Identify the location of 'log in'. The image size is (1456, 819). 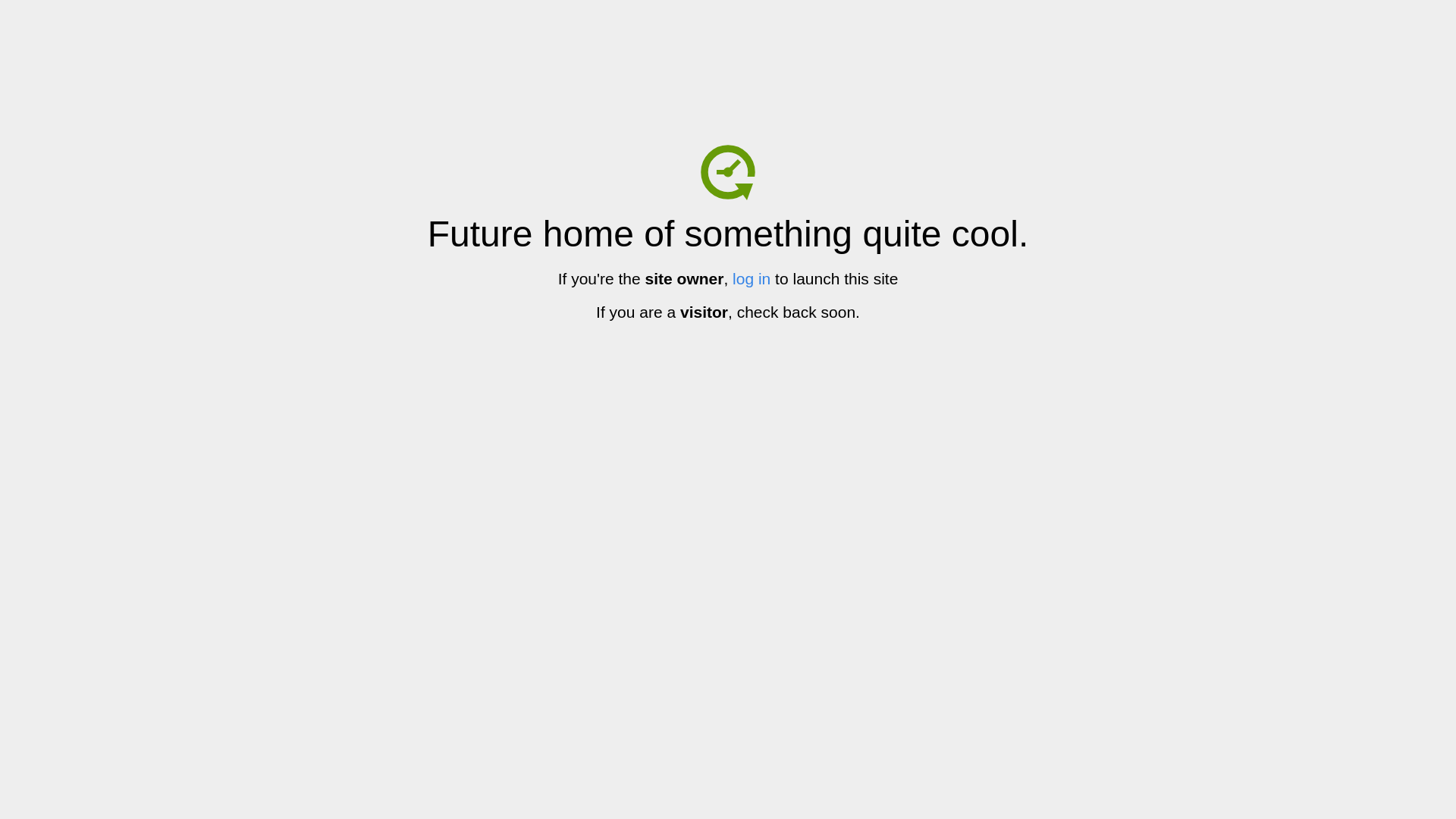
(751, 278).